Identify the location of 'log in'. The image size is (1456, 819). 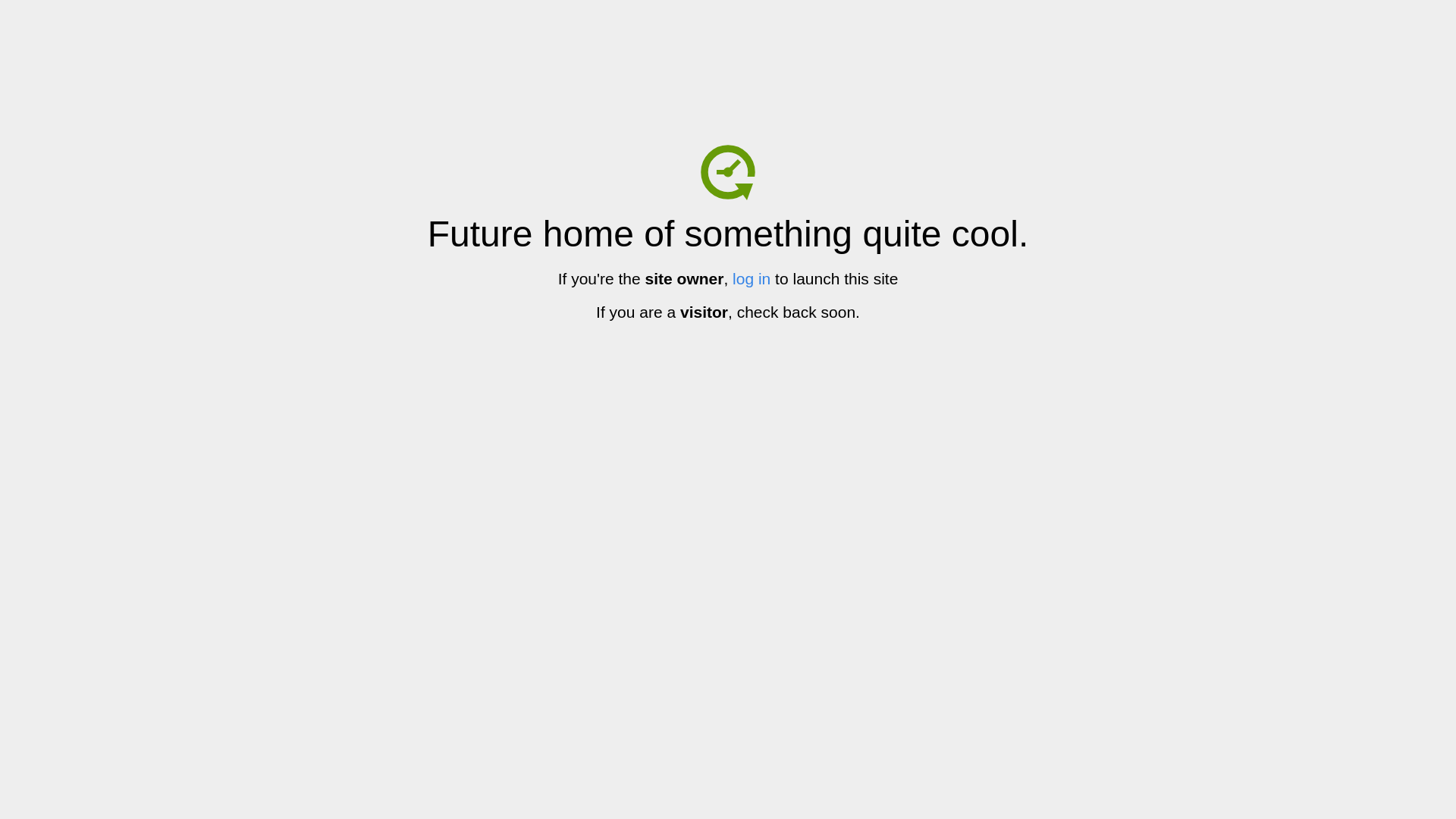
(751, 278).